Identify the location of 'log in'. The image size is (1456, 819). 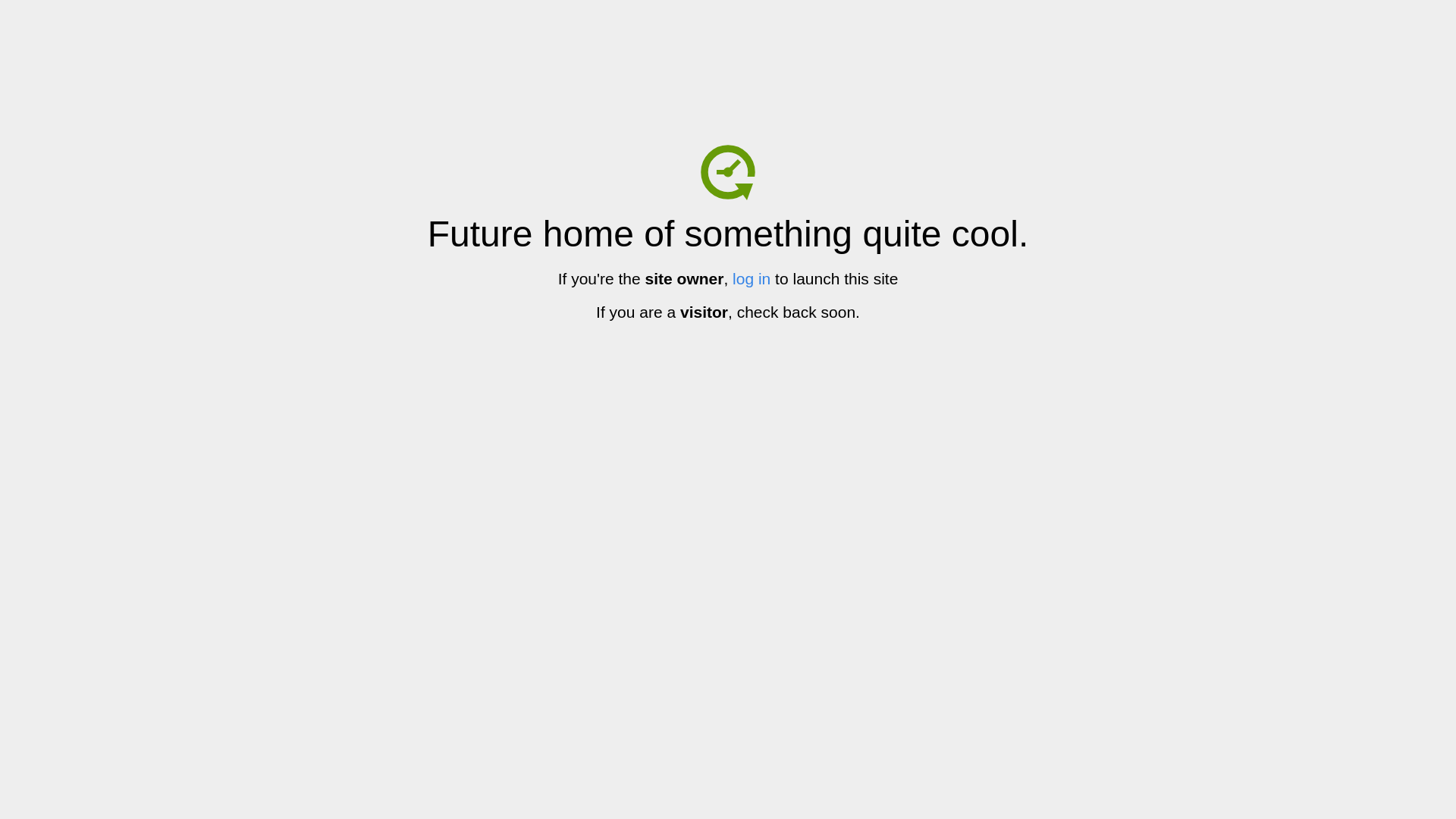
(751, 278).